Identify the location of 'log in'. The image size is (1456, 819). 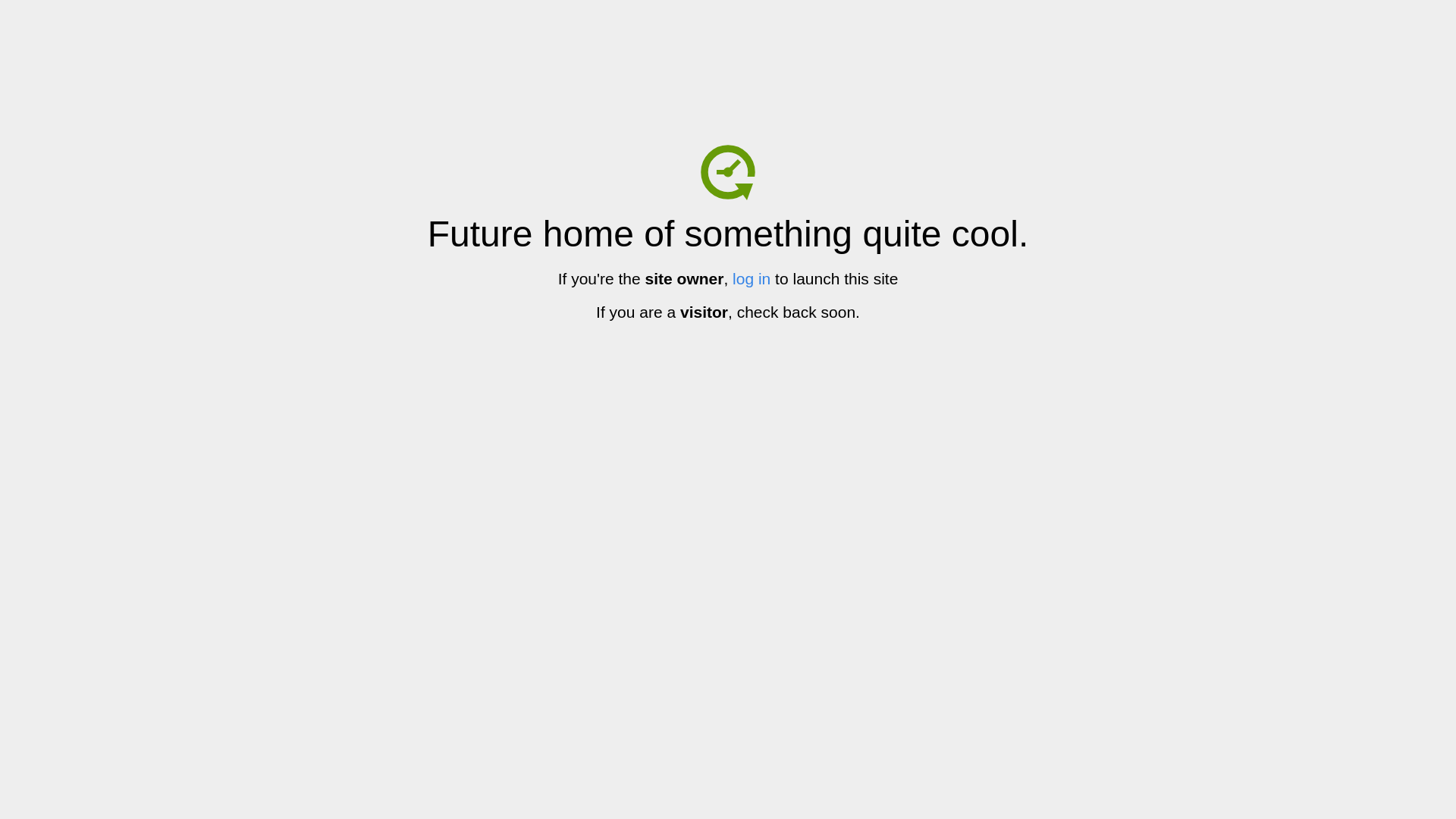
(751, 278).